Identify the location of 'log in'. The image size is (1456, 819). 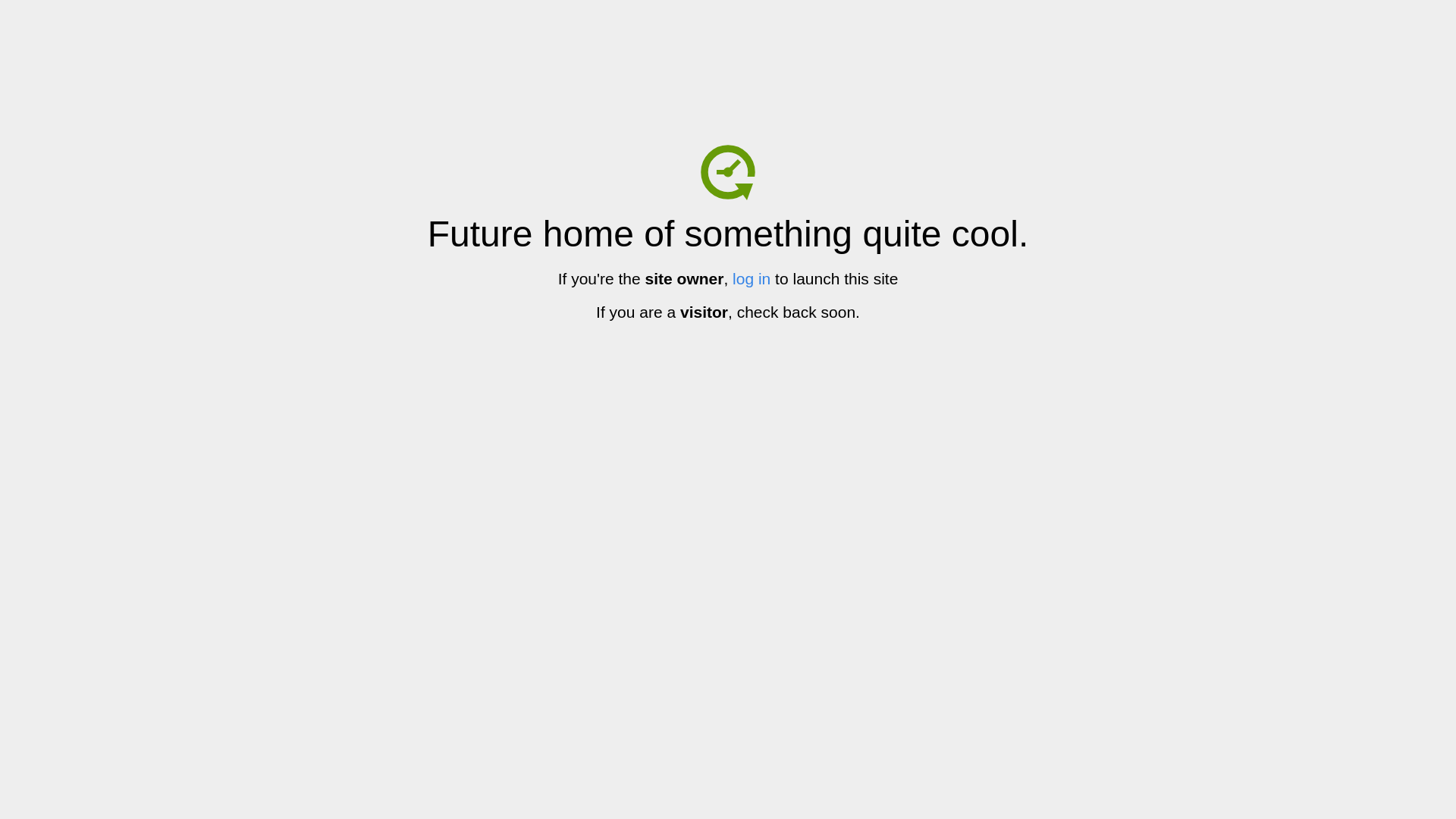
(751, 278).